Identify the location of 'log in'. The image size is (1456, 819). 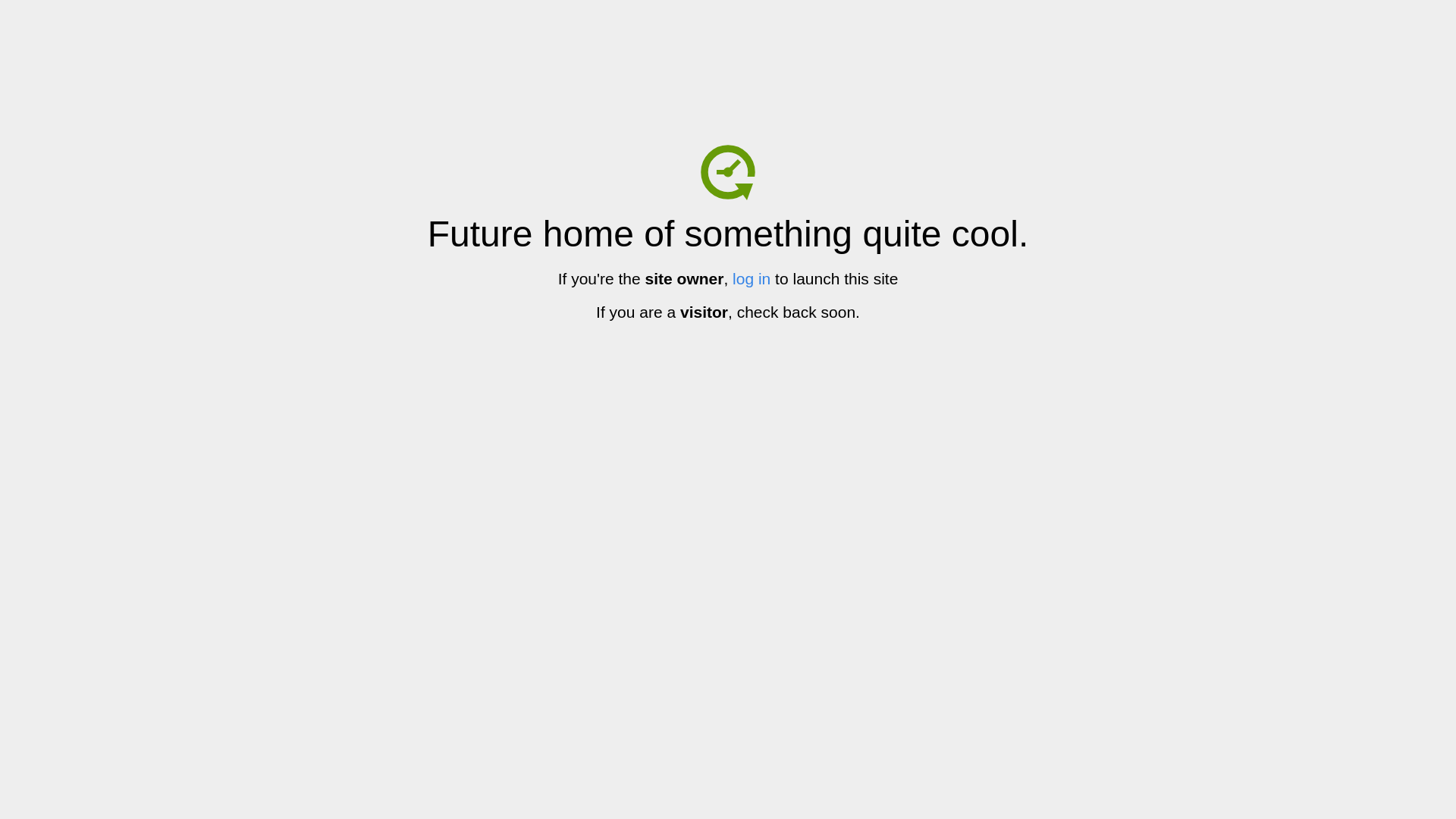
(751, 278).